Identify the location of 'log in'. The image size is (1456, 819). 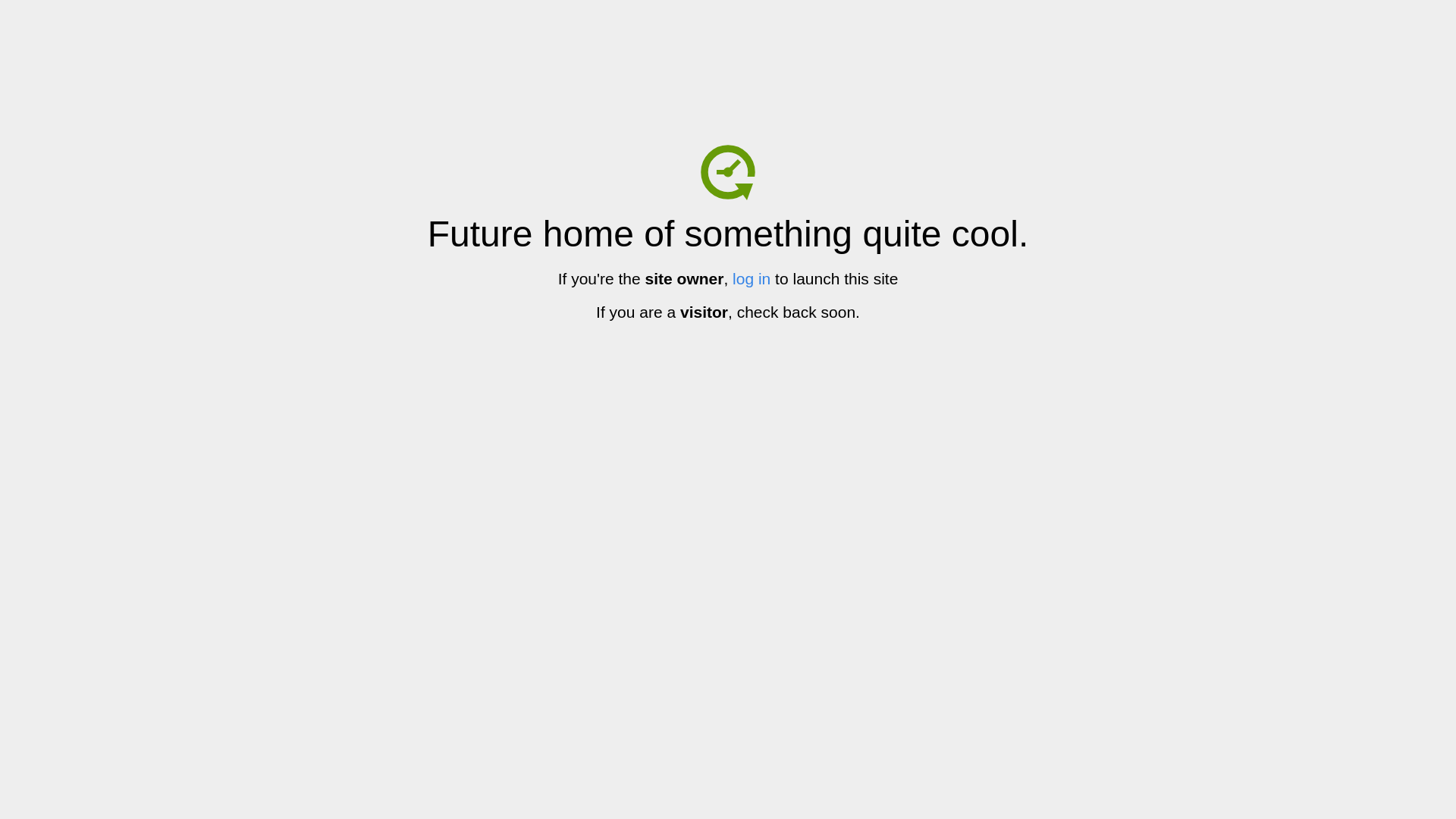
(751, 278).